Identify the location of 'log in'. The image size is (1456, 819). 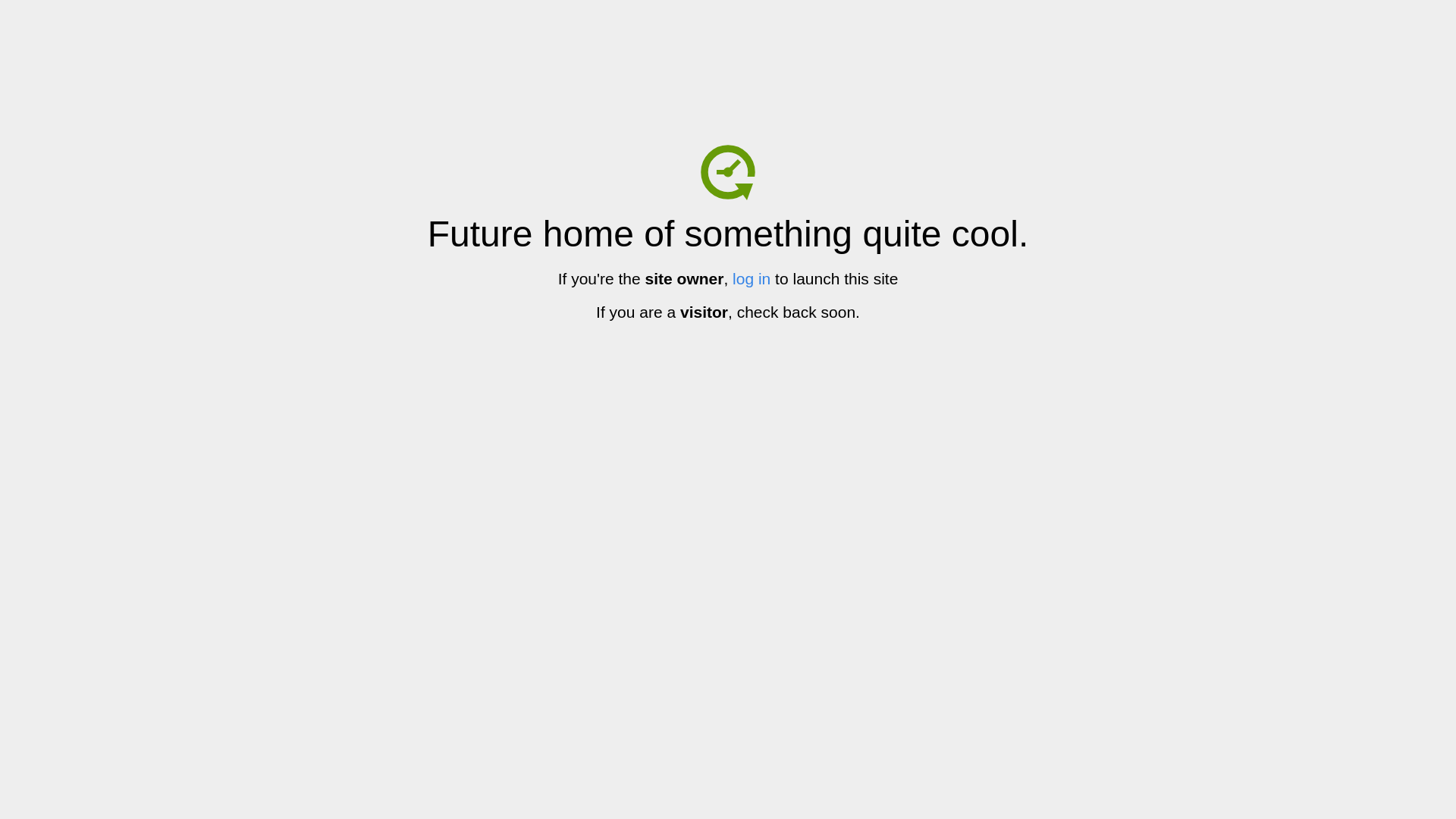
(751, 278).